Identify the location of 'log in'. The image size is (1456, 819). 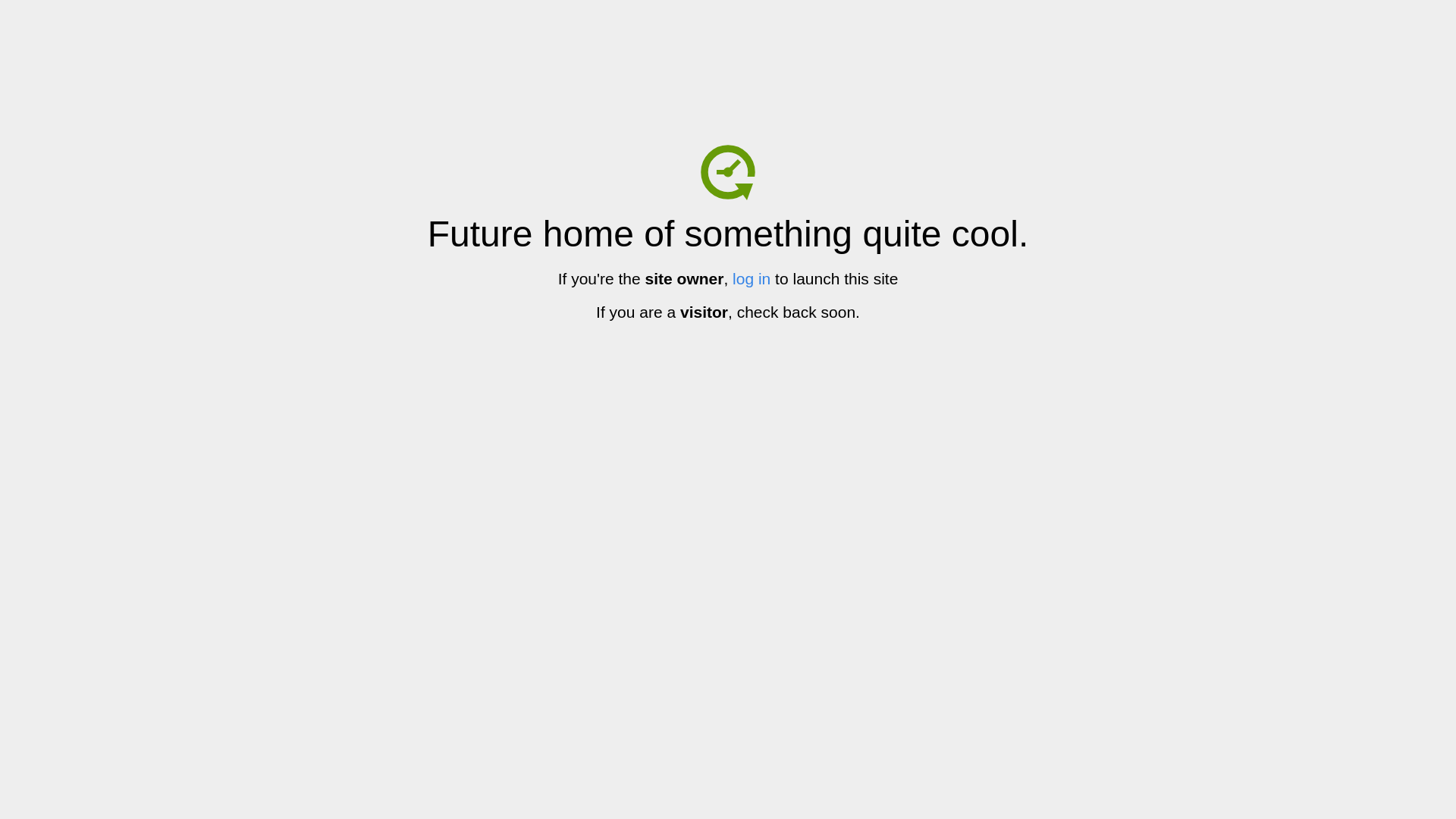
(751, 278).